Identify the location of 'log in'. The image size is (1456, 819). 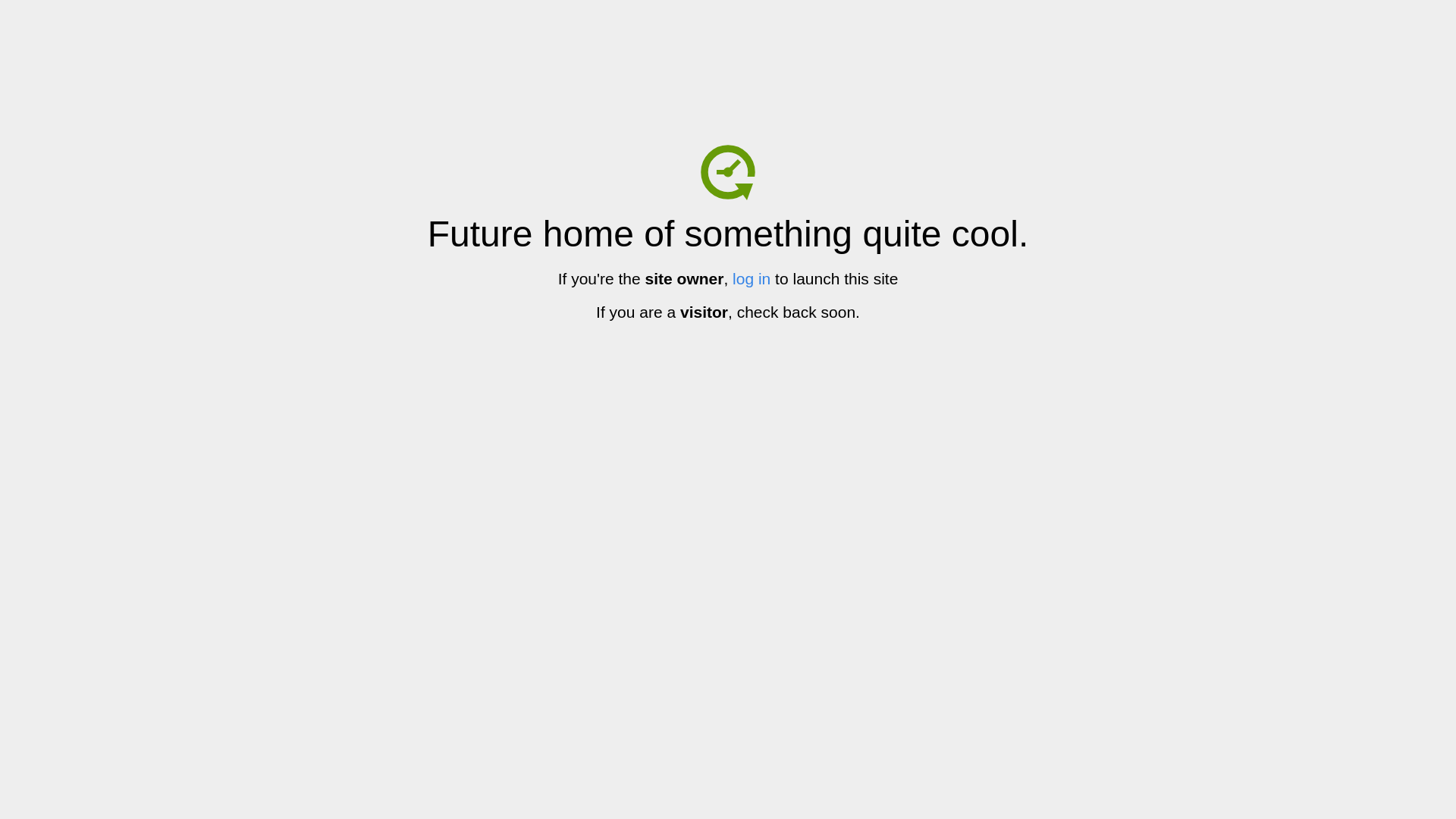
(751, 278).